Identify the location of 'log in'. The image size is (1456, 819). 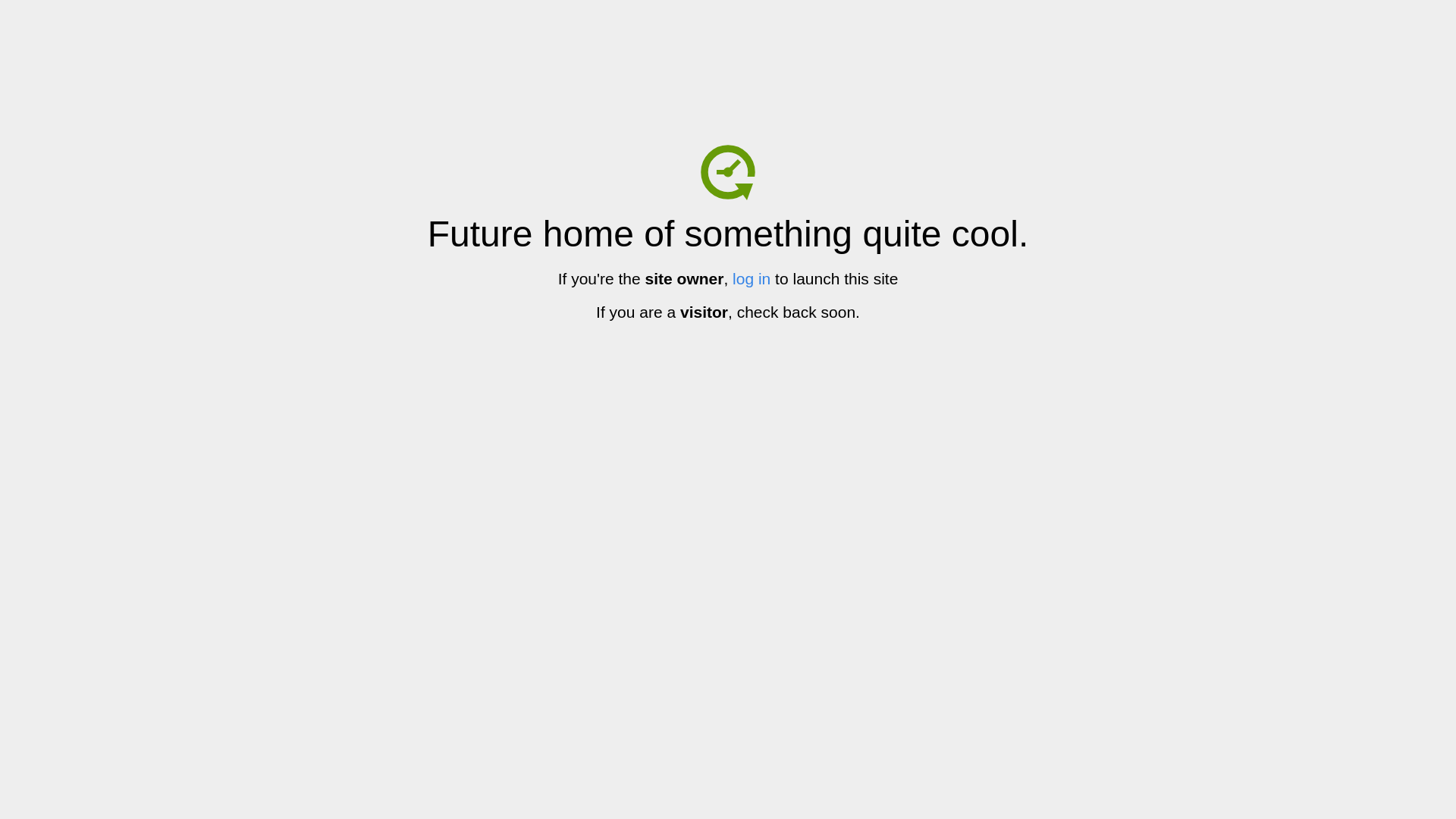
(751, 278).